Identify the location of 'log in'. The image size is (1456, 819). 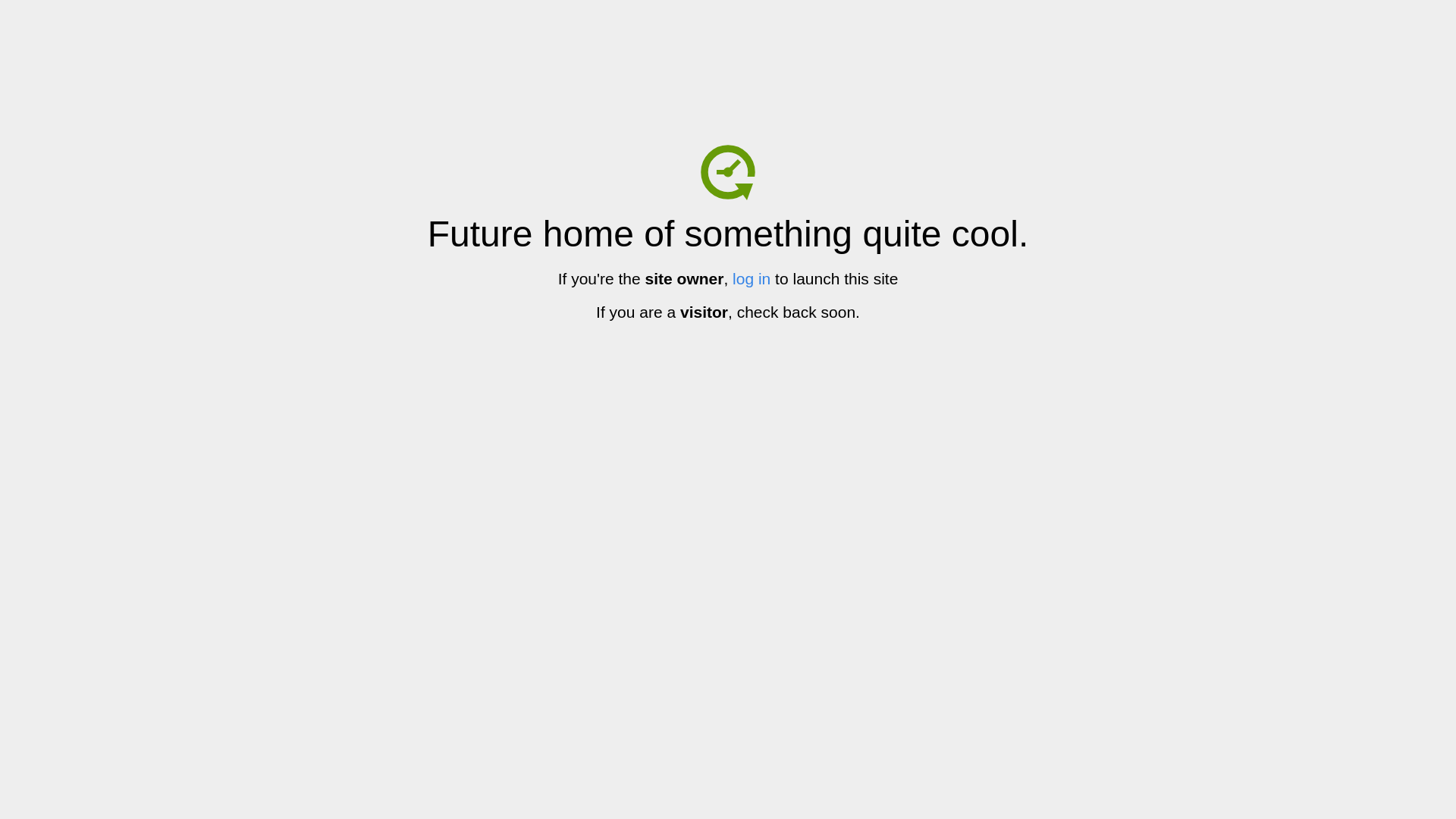
(751, 278).